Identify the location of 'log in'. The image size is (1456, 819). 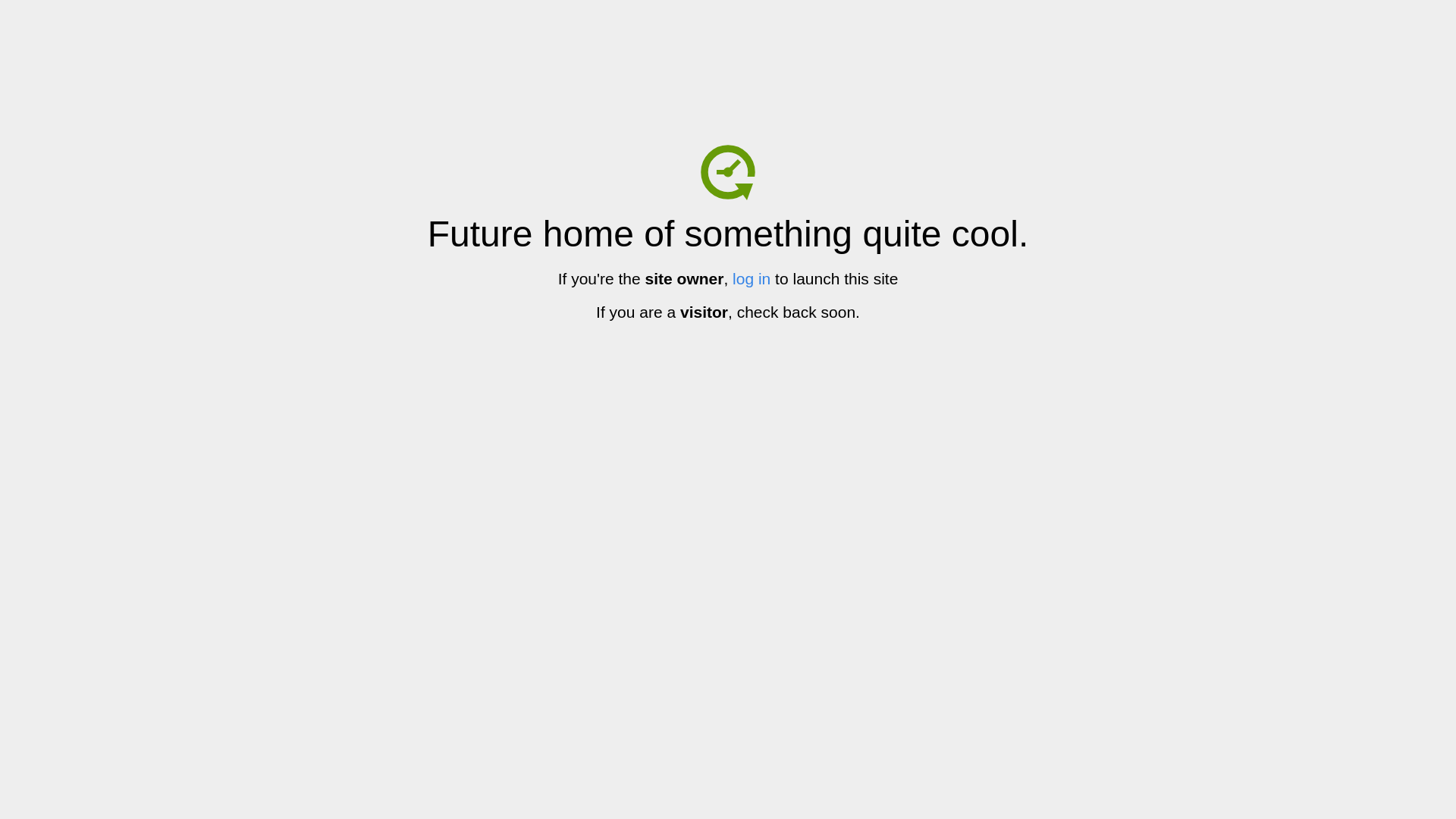
(751, 278).